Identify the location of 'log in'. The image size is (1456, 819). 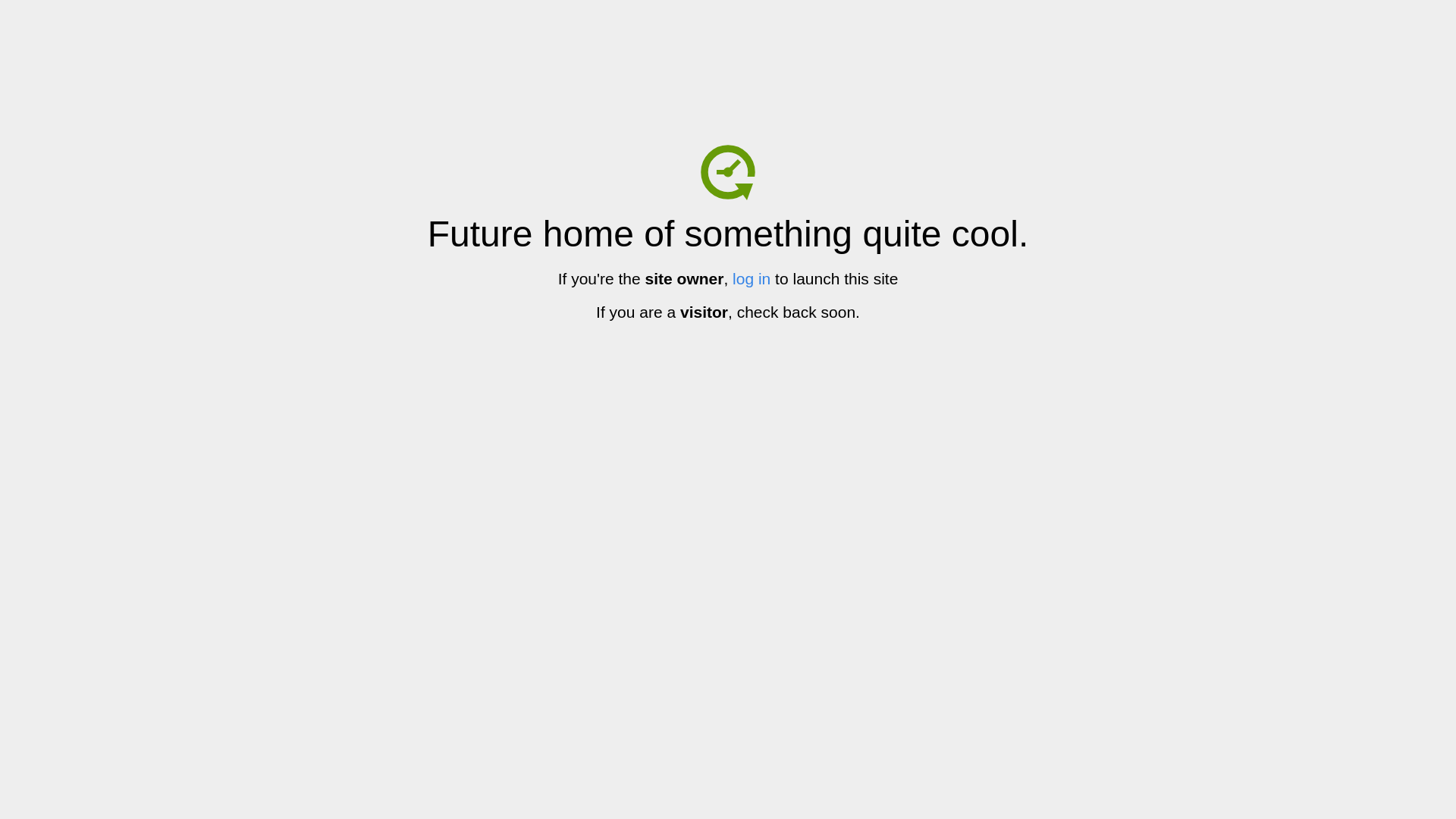
(751, 278).